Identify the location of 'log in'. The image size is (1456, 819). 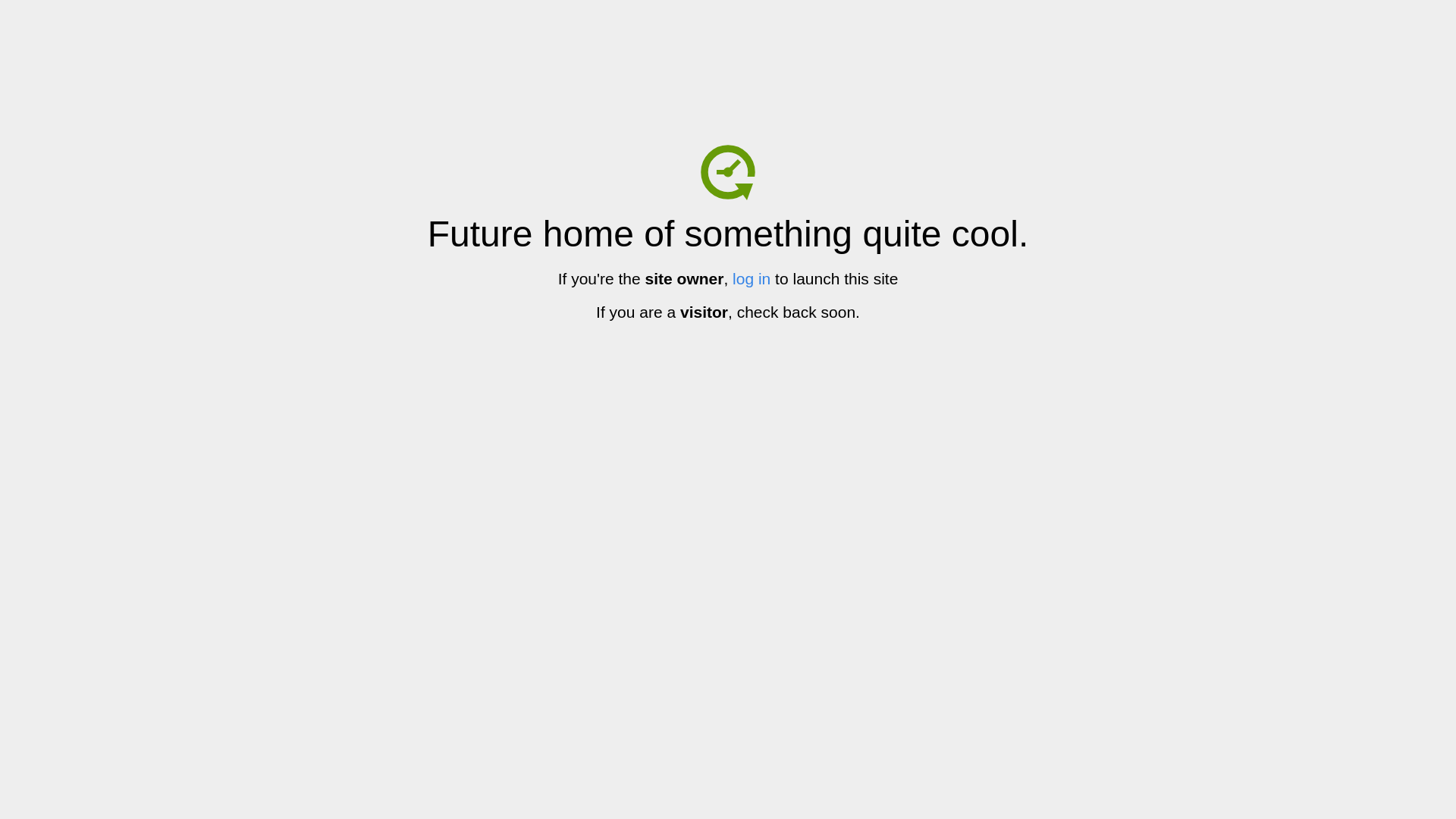
(751, 278).